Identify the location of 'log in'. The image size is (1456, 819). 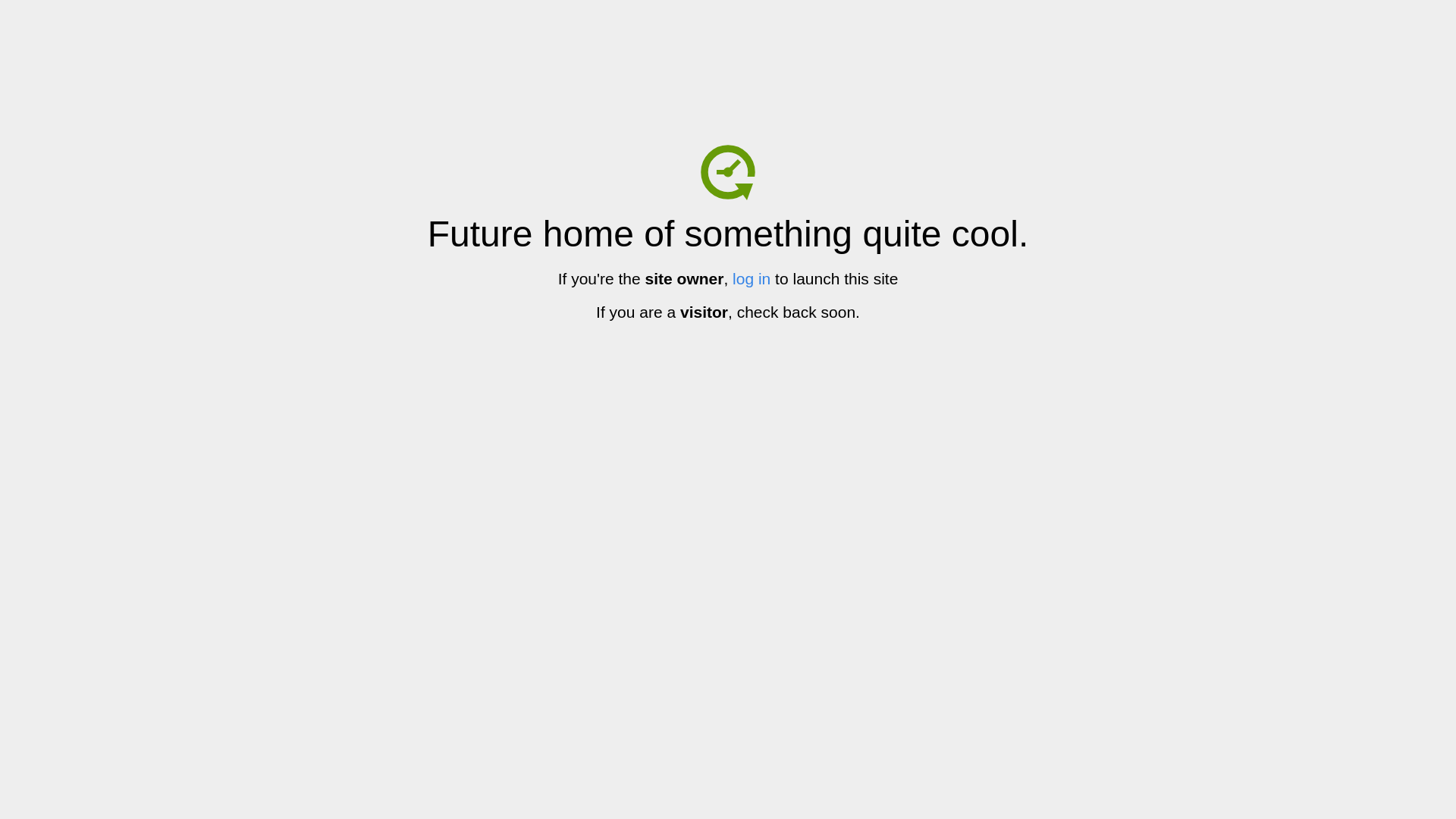
(751, 278).